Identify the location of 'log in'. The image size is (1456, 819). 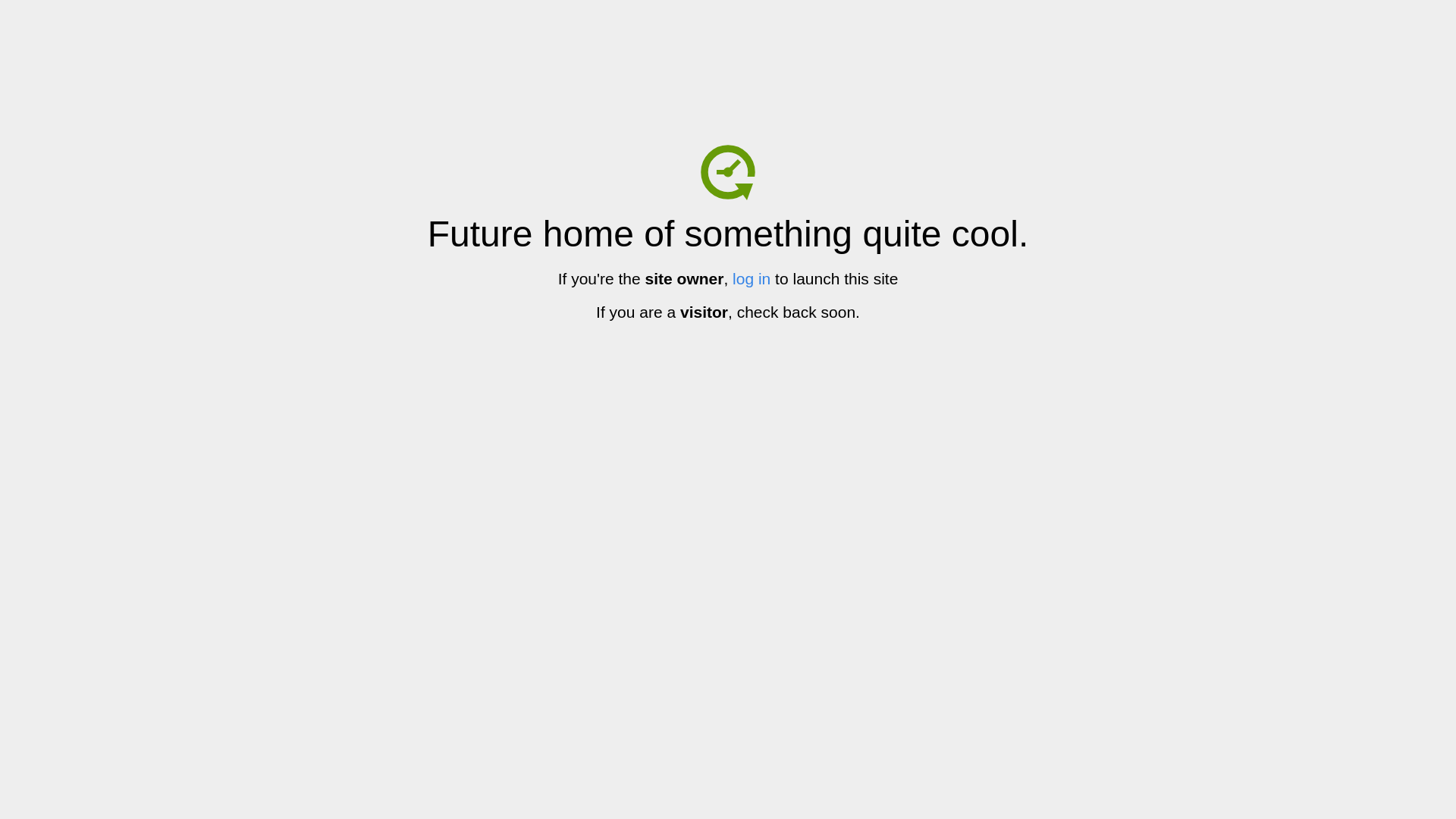
(751, 278).